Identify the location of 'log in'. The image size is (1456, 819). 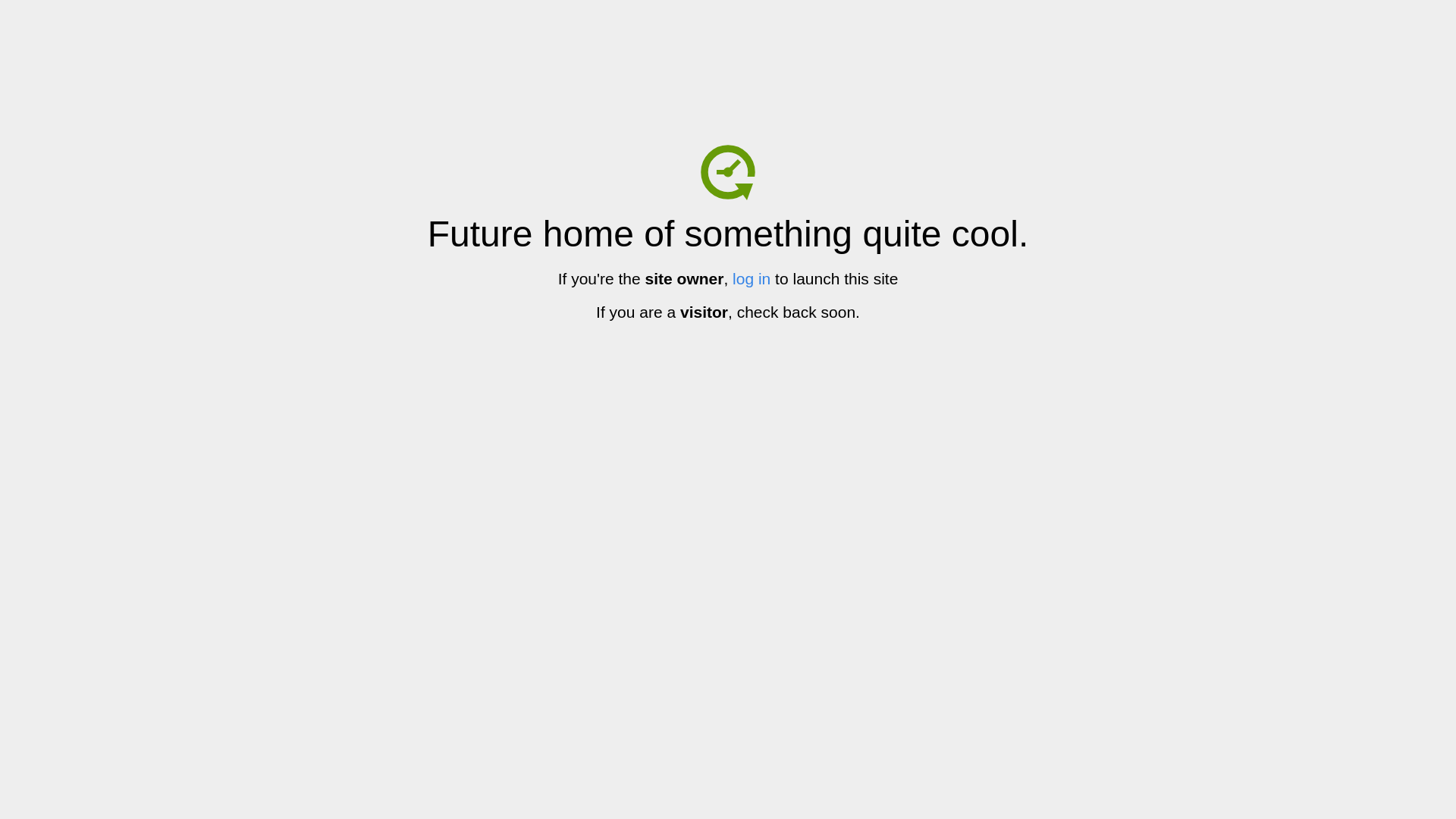
(751, 278).